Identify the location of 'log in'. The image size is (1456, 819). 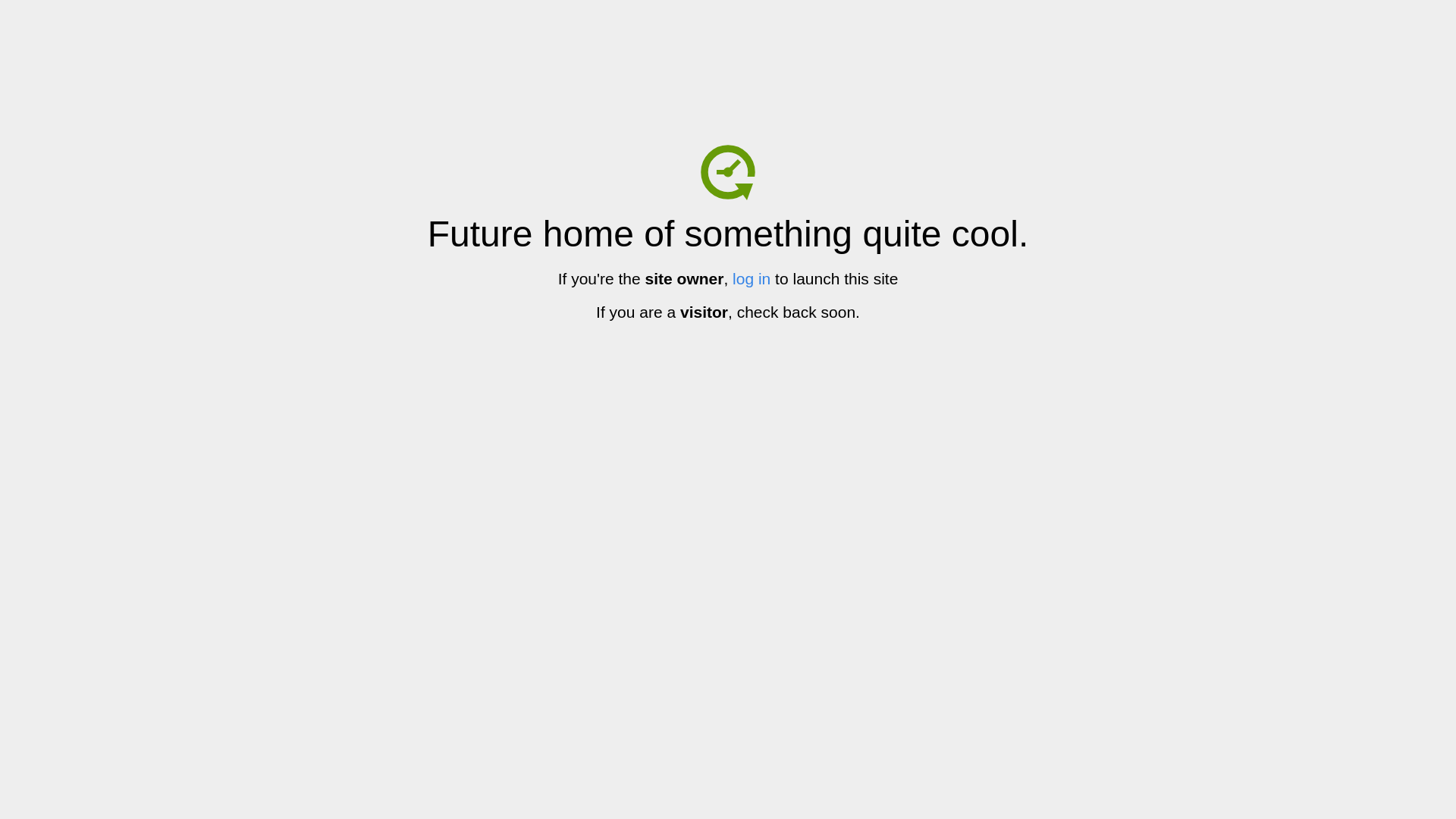
(751, 278).